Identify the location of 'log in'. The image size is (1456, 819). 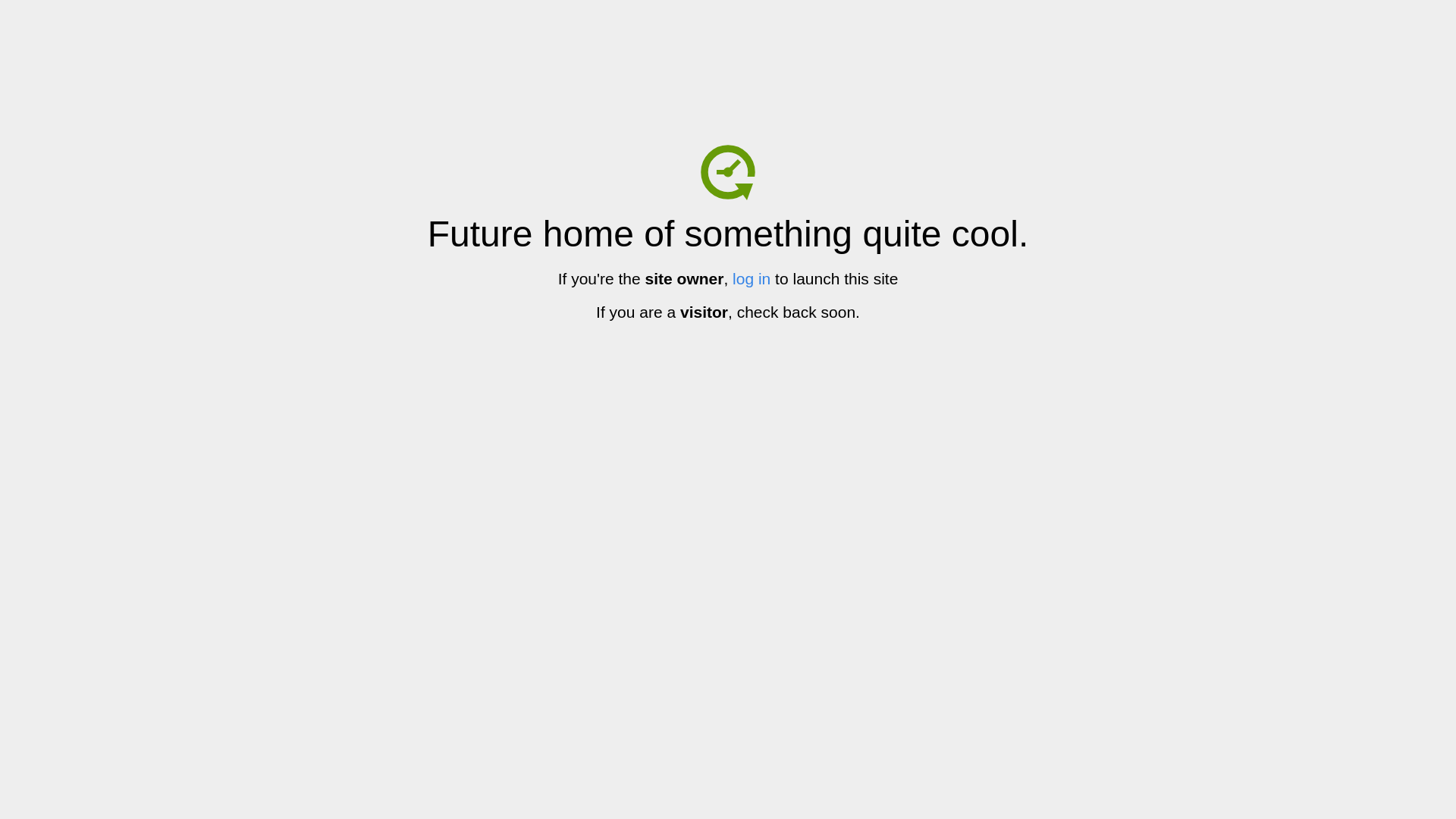
(751, 278).